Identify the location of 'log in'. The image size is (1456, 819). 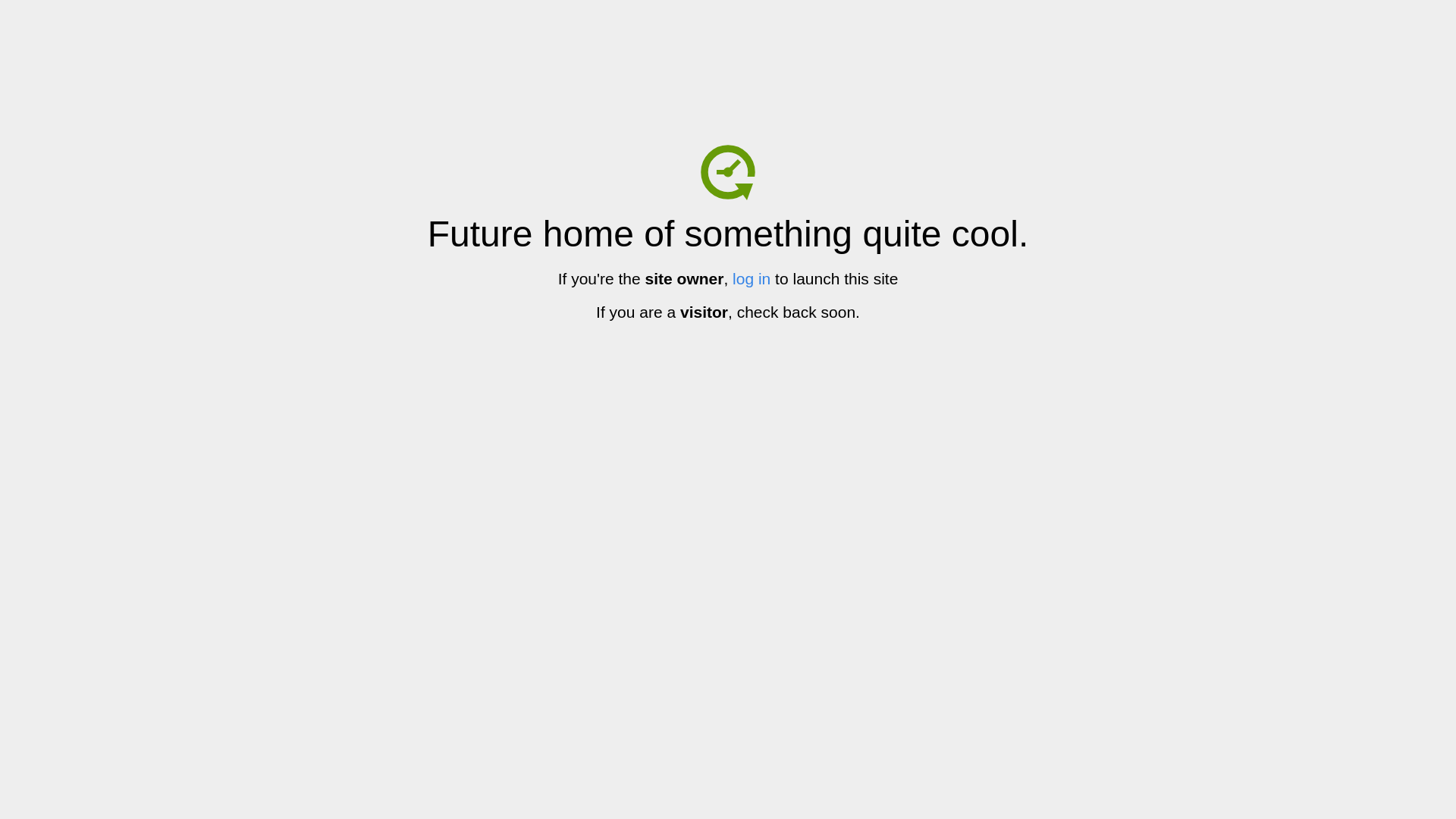
(751, 278).